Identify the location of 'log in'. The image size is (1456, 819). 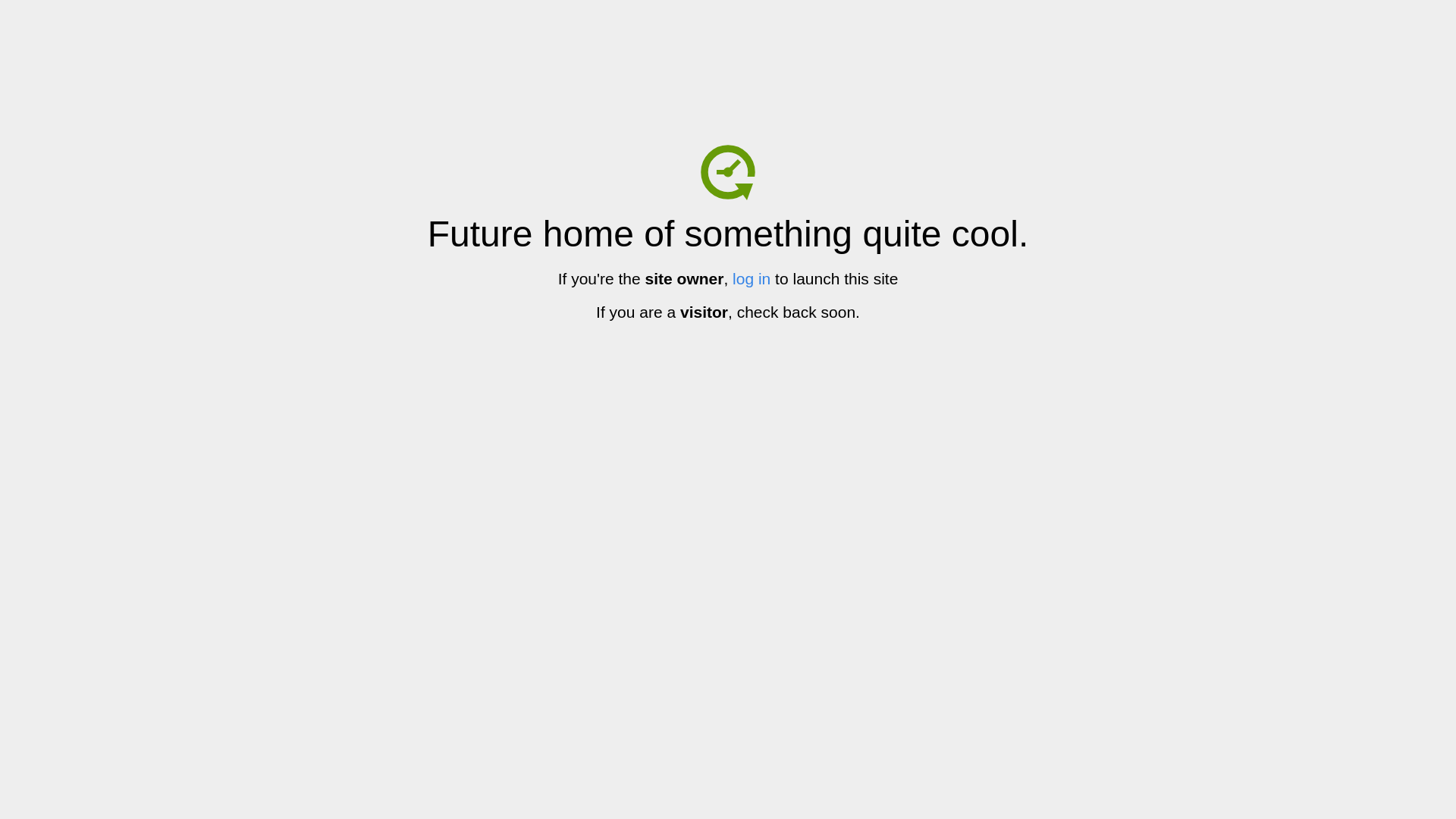
(751, 278).